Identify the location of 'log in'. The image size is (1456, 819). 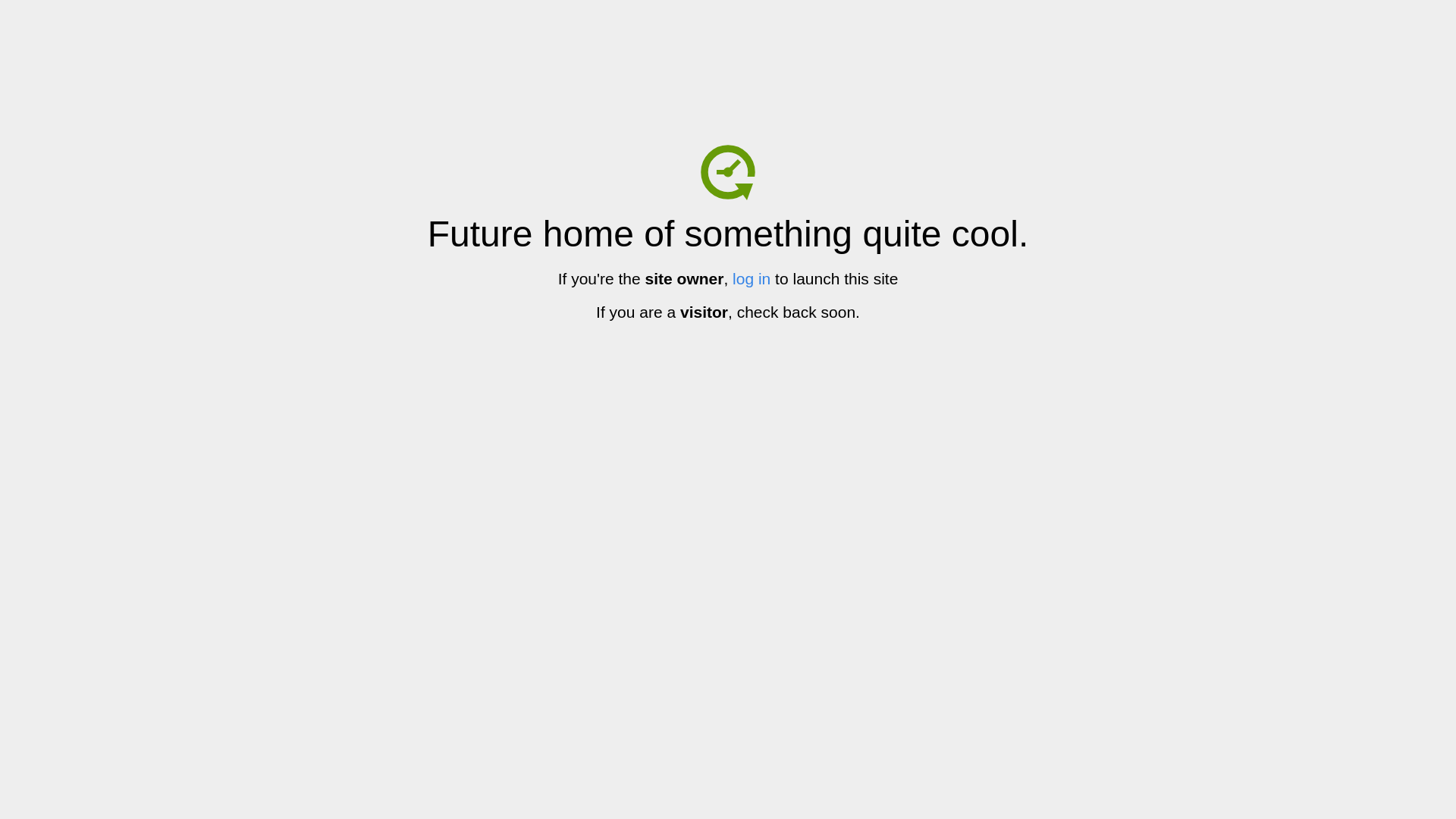
(751, 278).